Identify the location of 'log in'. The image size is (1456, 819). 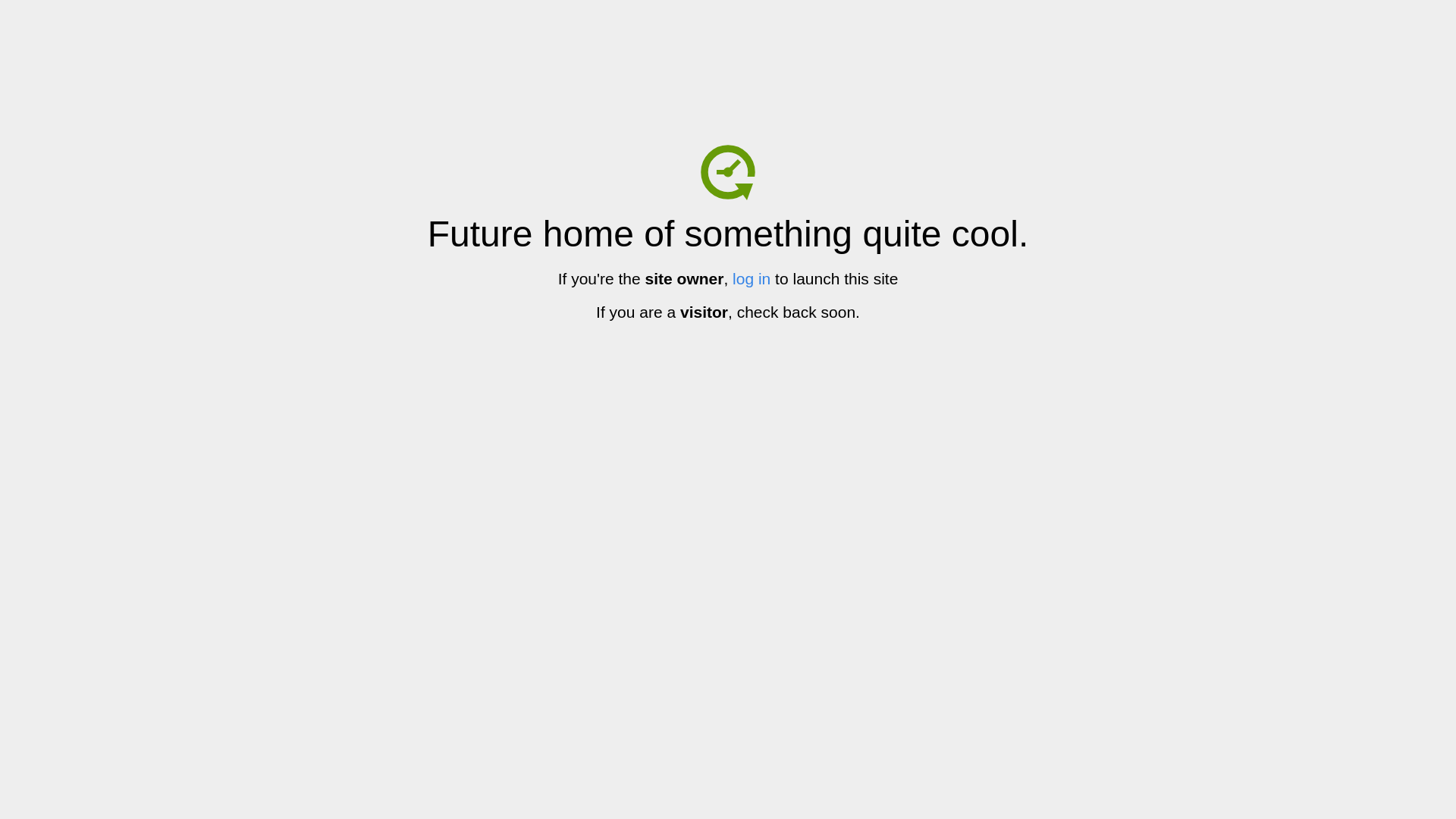
(751, 278).